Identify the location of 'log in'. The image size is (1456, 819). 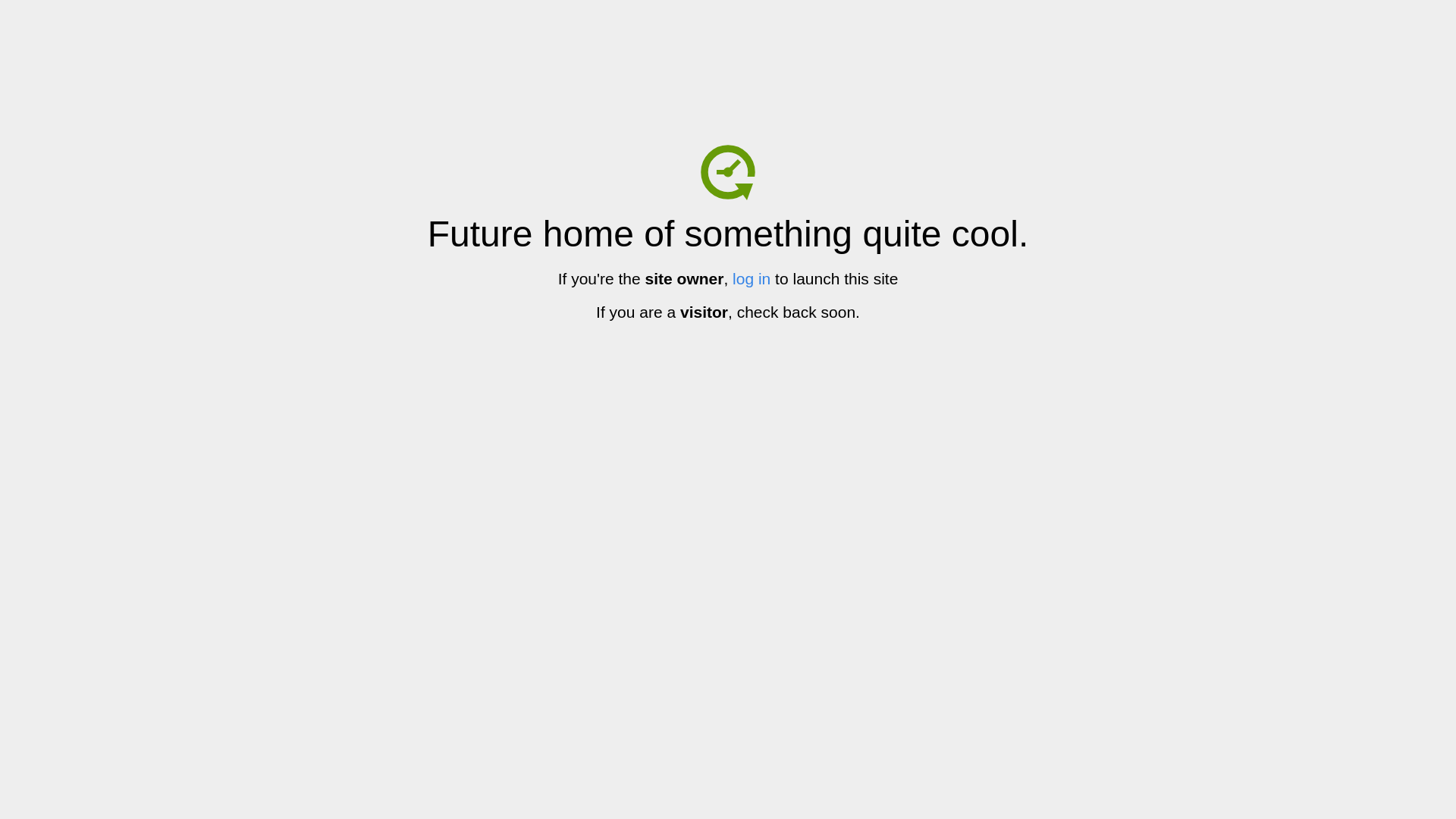
(751, 278).